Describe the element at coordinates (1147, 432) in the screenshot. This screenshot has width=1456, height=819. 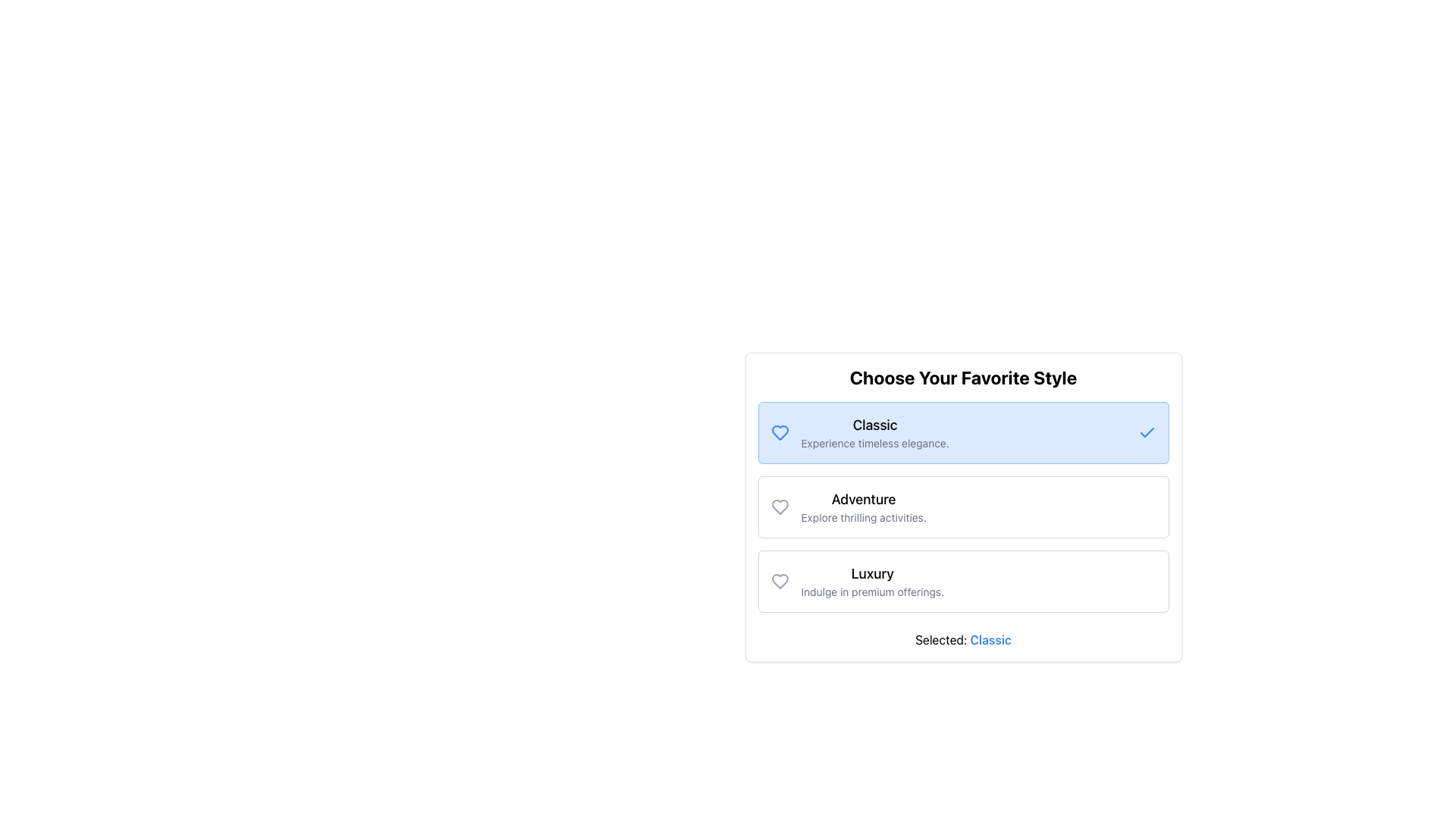
I see `the blue checkmark icon located at the top-right corner of the highlighted 'Classic' option card to confirm selection status` at that location.